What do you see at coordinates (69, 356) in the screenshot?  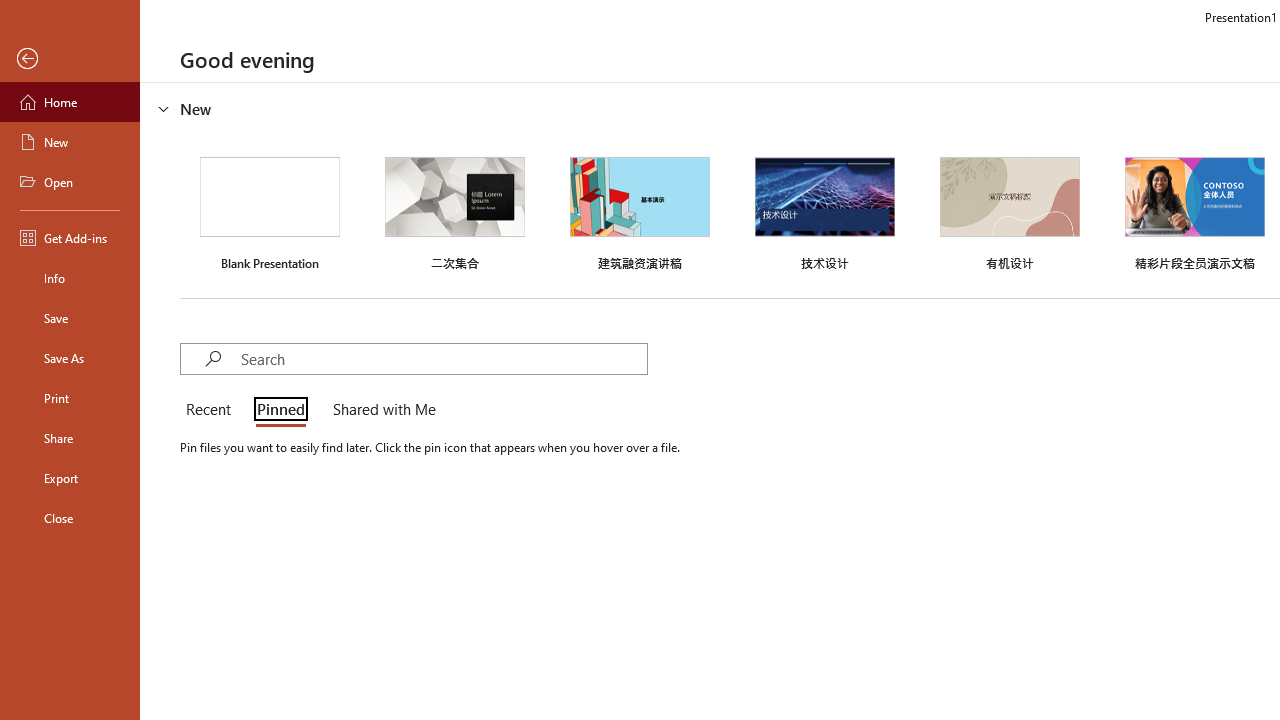 I see `'Save As'` at bounding box center [69, 356].